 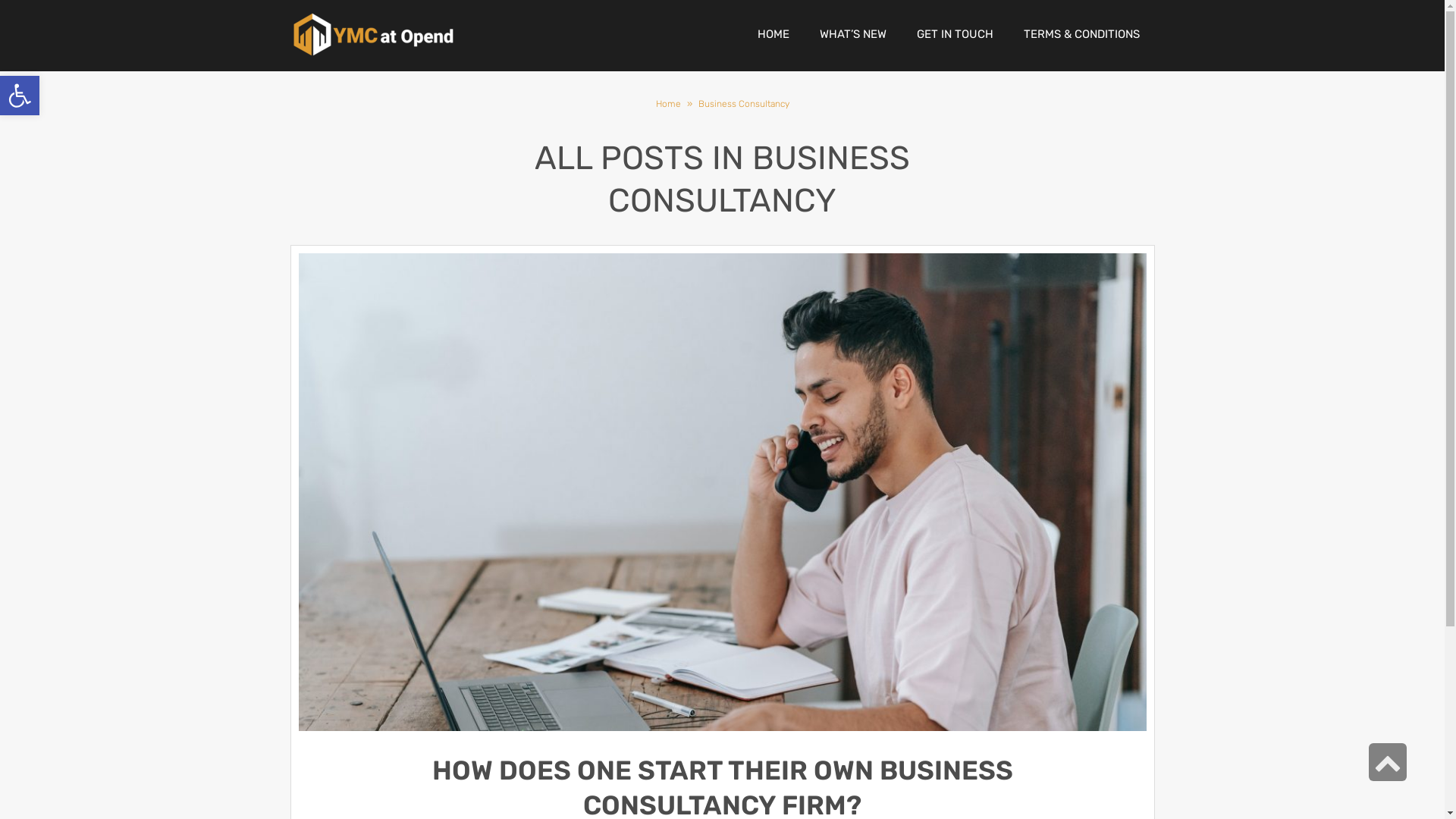 I want to click on 'Open toolbar, so click(x=19, y=96).